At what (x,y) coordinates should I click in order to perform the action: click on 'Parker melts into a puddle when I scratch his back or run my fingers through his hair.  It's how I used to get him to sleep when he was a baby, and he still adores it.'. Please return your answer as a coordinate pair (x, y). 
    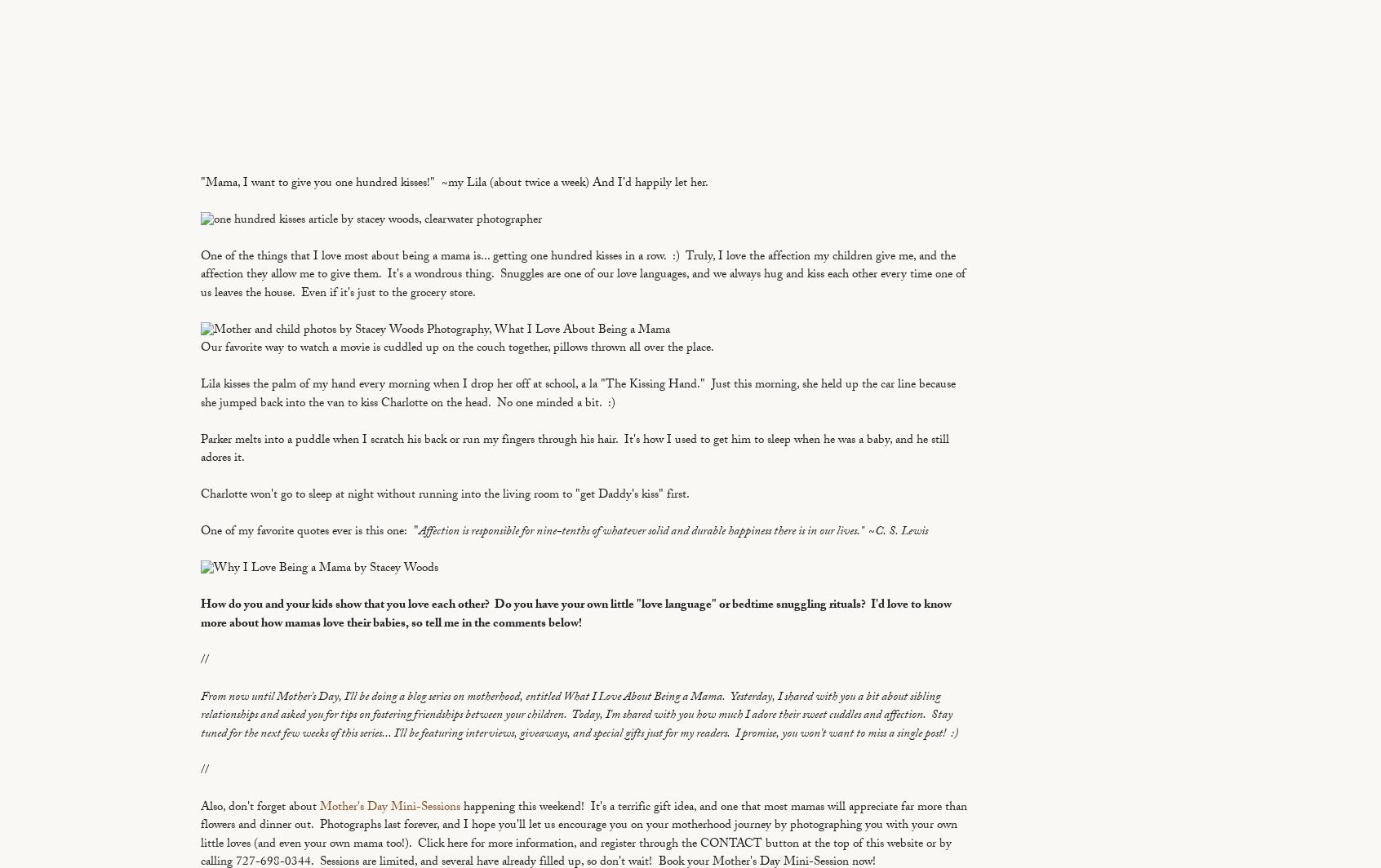
    Looking at the image, I should click on (575, 449).